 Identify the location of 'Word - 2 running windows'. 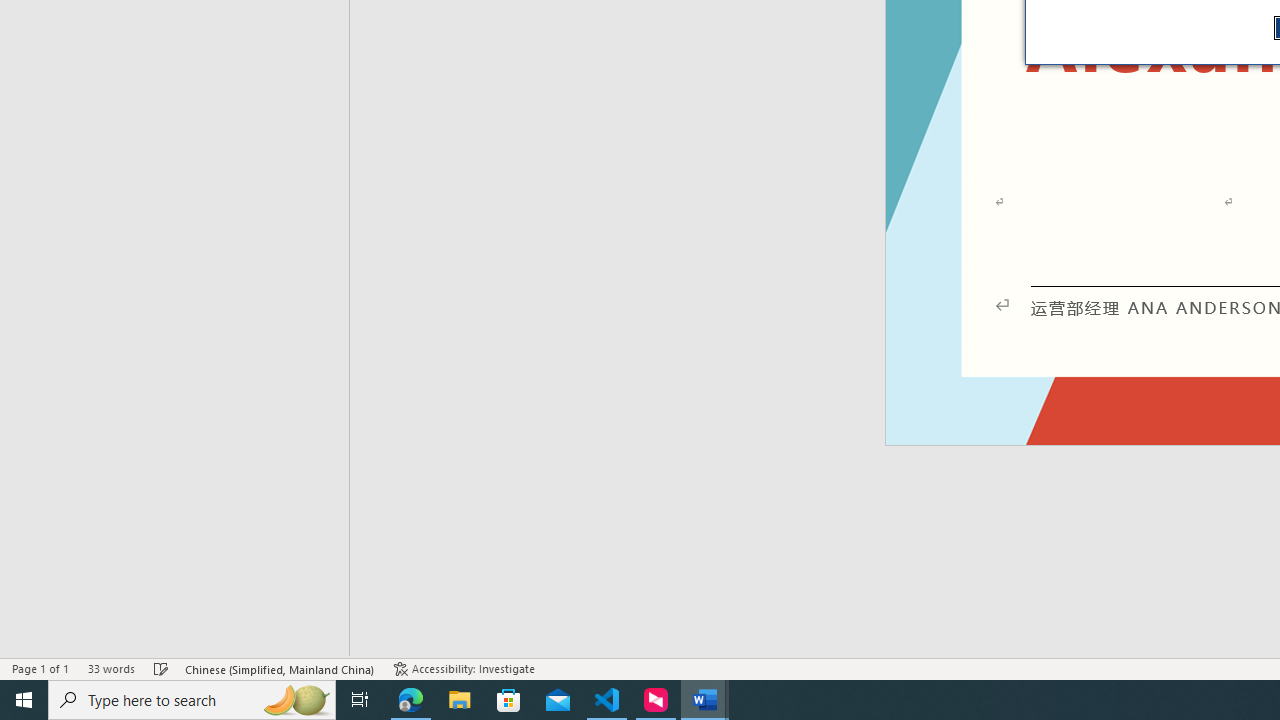
(705, 698).